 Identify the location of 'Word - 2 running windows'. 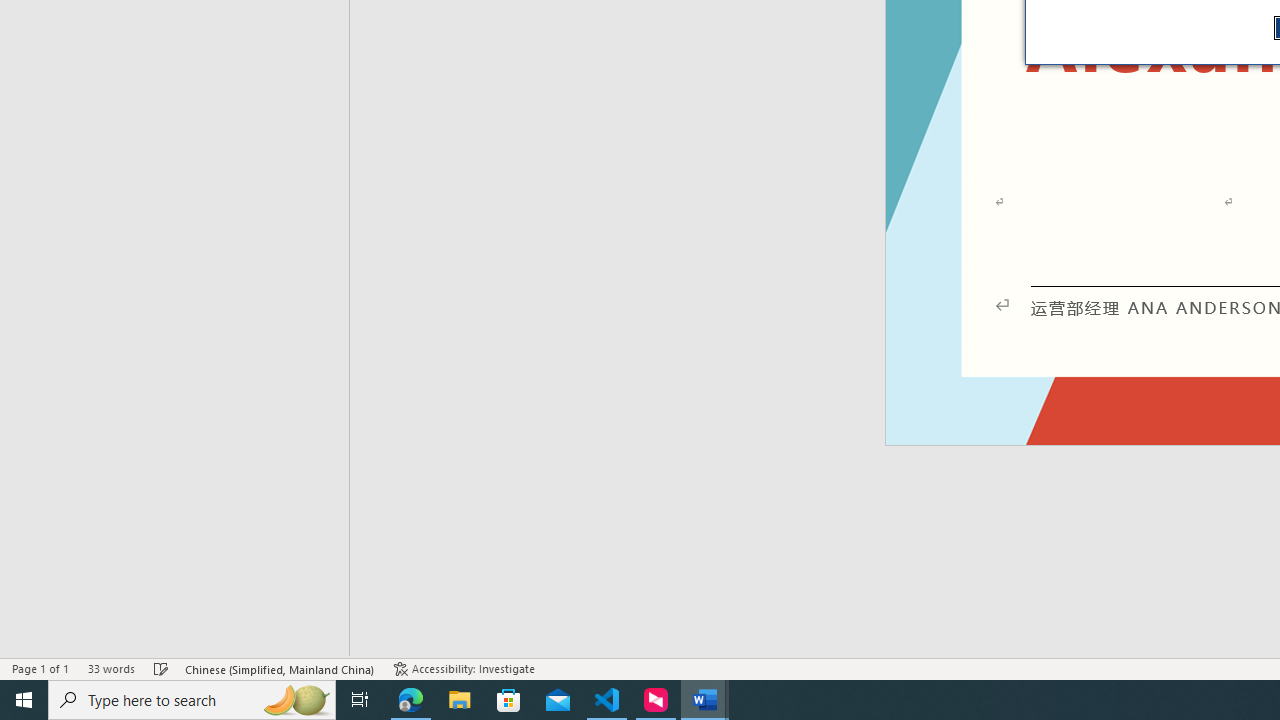
(705, 698).